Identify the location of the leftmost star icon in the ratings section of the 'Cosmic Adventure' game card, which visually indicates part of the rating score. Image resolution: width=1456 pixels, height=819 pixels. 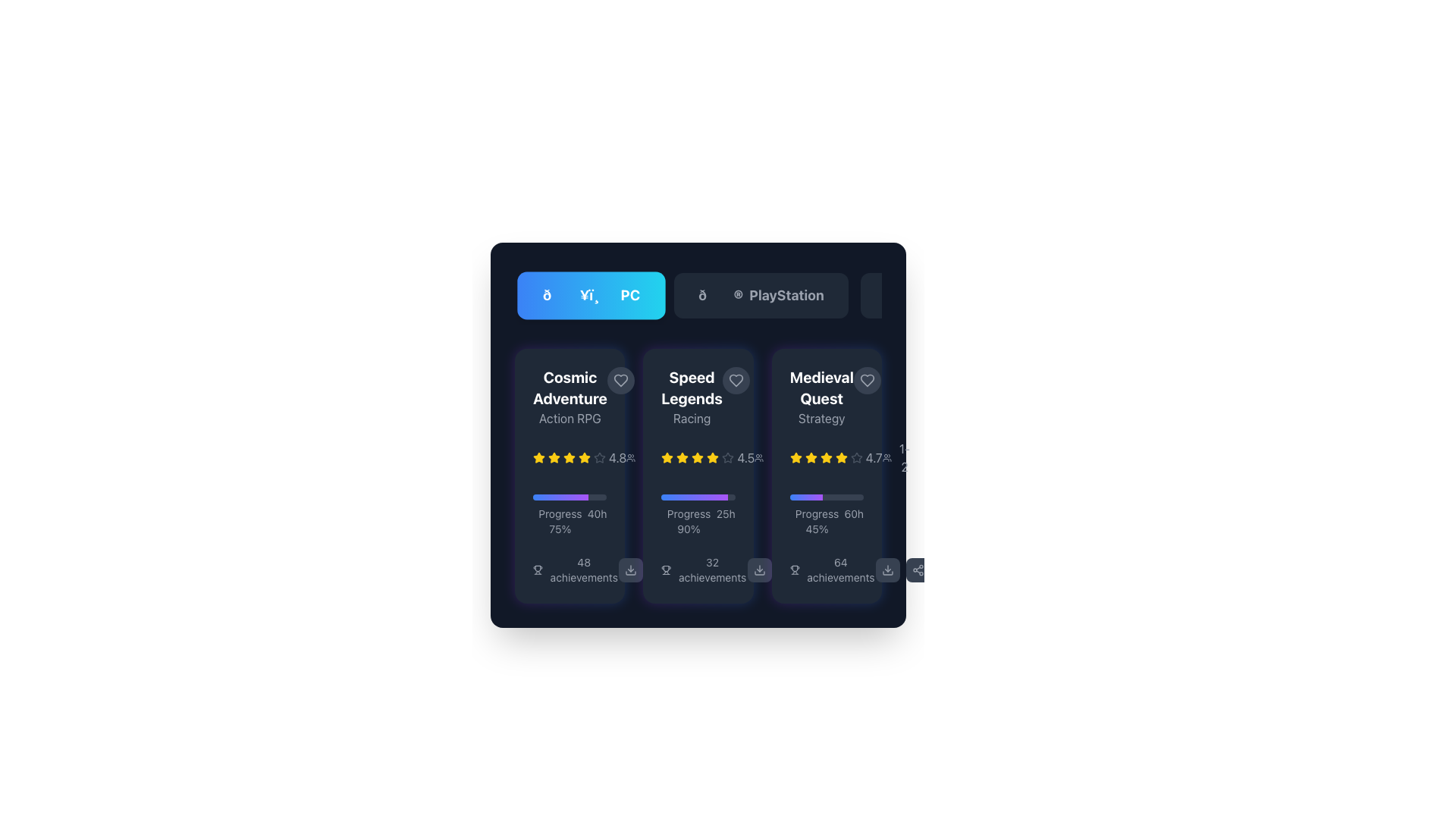
(568, 457).